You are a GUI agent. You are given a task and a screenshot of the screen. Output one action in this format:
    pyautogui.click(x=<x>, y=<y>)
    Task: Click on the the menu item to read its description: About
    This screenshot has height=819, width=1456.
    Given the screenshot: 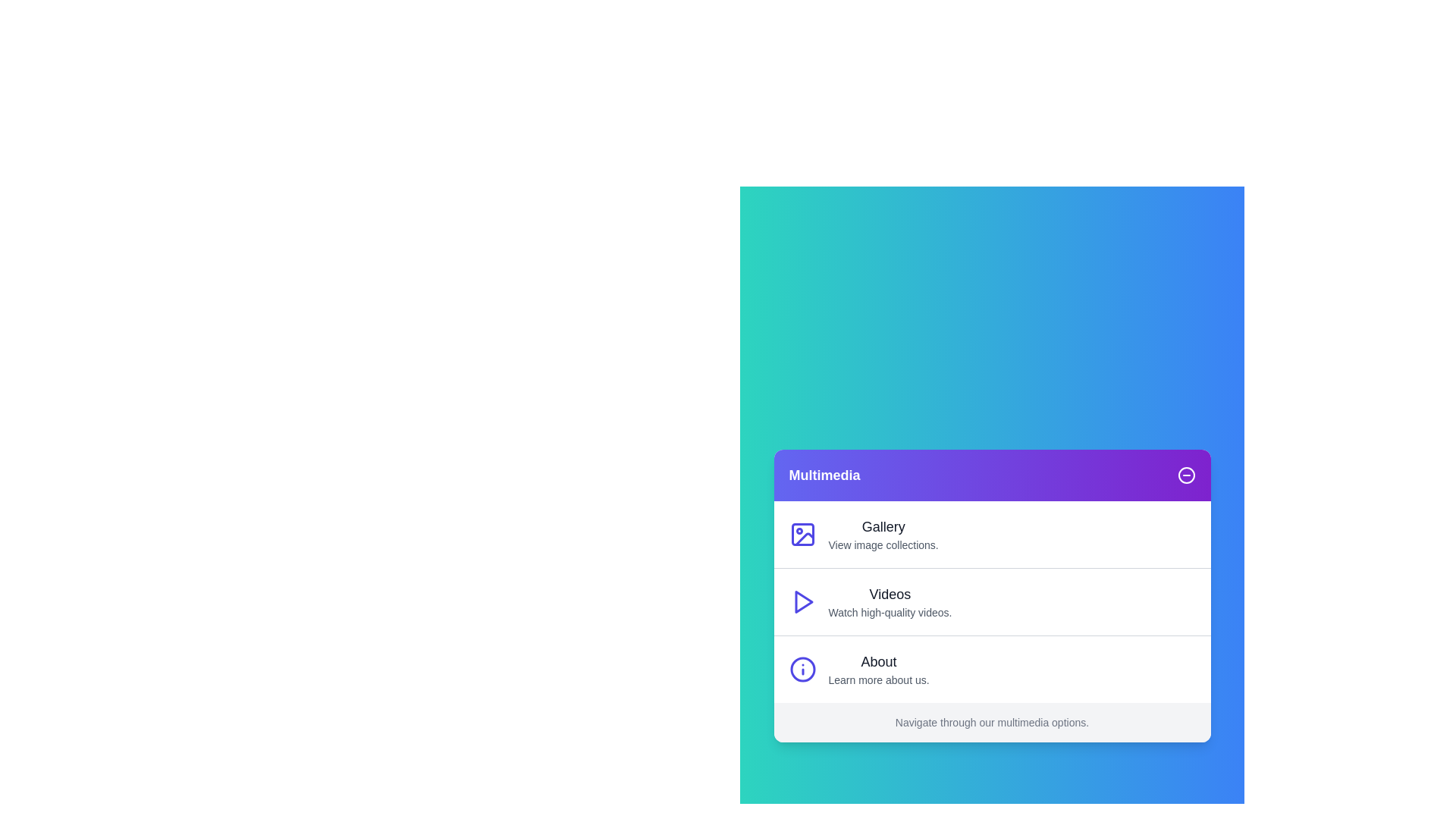 What is the action you would take?
    pyautogui.click(x=878, y=661)
    